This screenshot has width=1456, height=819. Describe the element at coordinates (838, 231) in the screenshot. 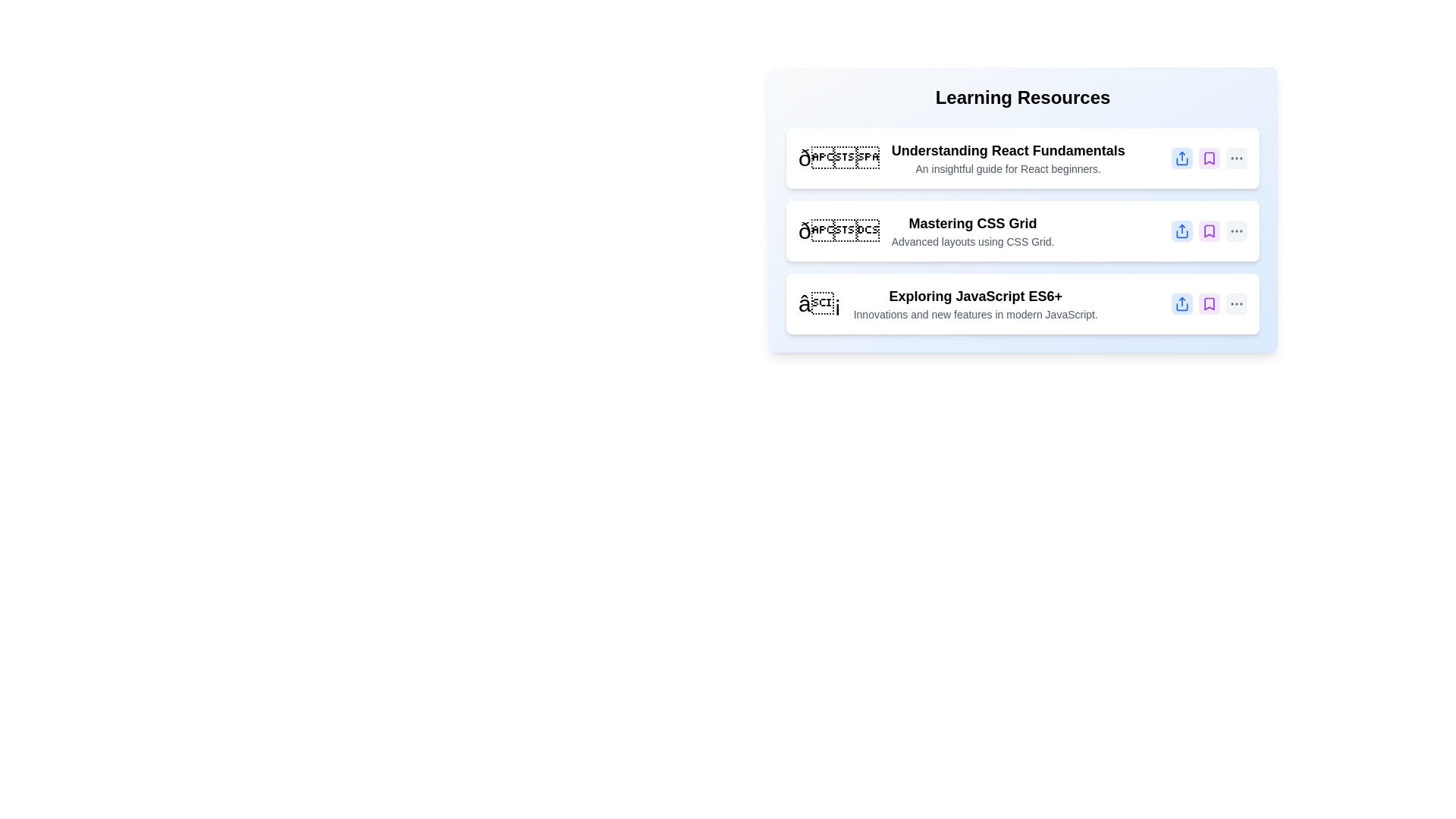

I see `the icon of the item with the title Mastering CSS Grid` at that location.